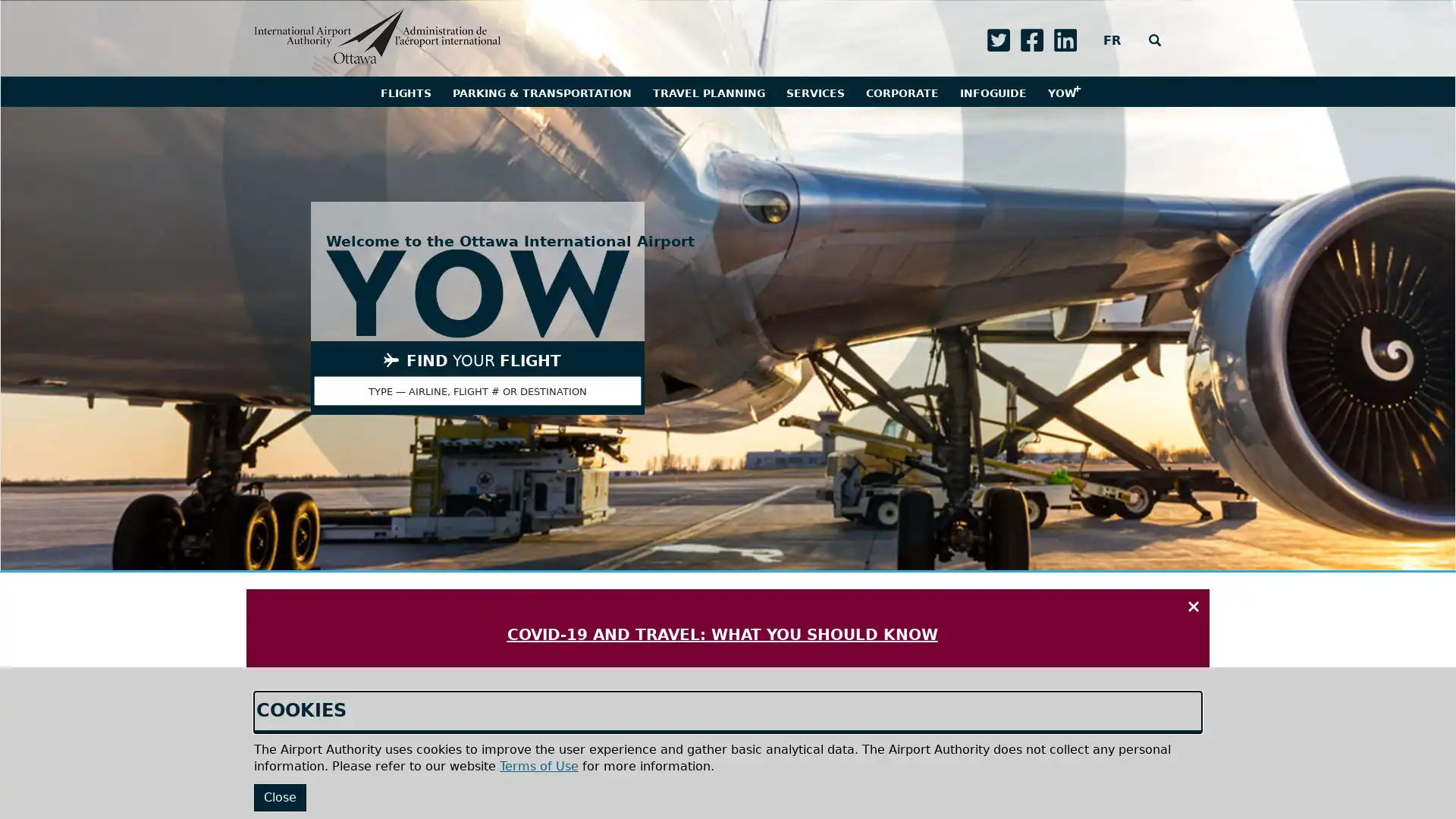 The image size is (1456, 819). I want to click on Show Infoguide Sub Menu, so click(993, 91).